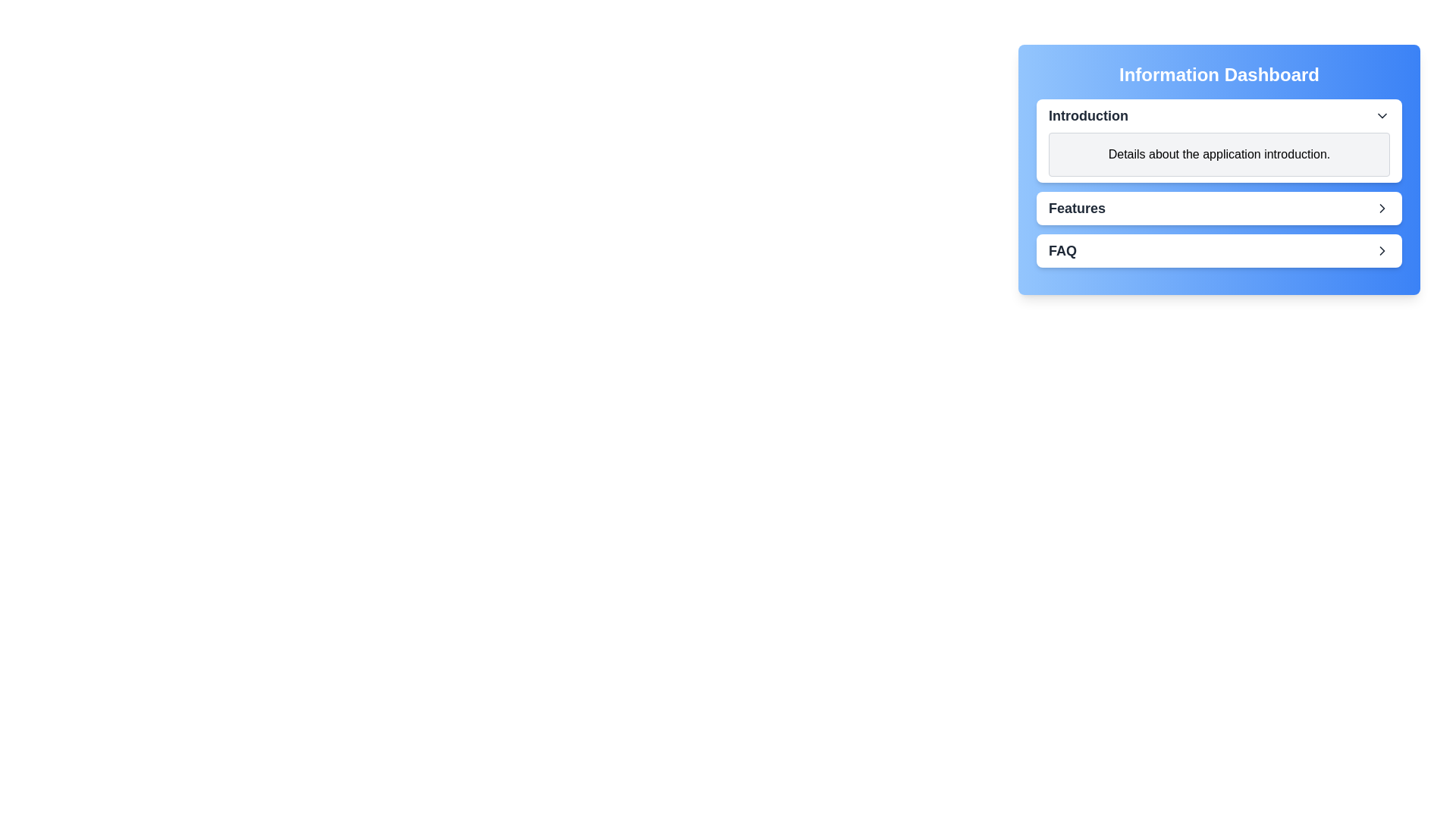  Describe the element at coordinates (1219, 208) in the screenshot. I see `the 'Features' button located in the 'Information Dashboard'` at that location.